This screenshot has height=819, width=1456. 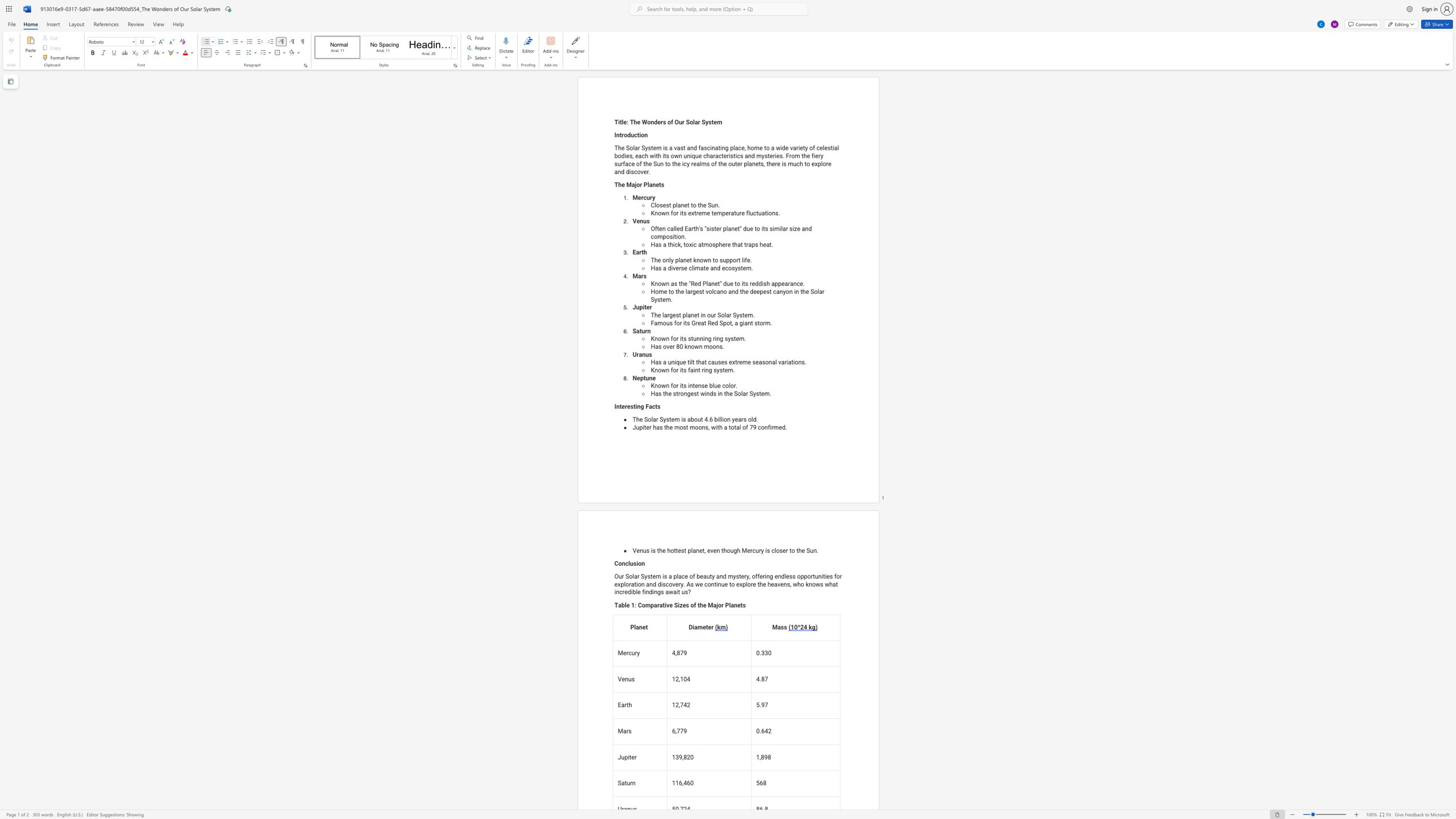 What do you see at coordinates (688, 323) in the screenshot?
I see `the 2th character "s" in the text` at bounding box center [688, 323].